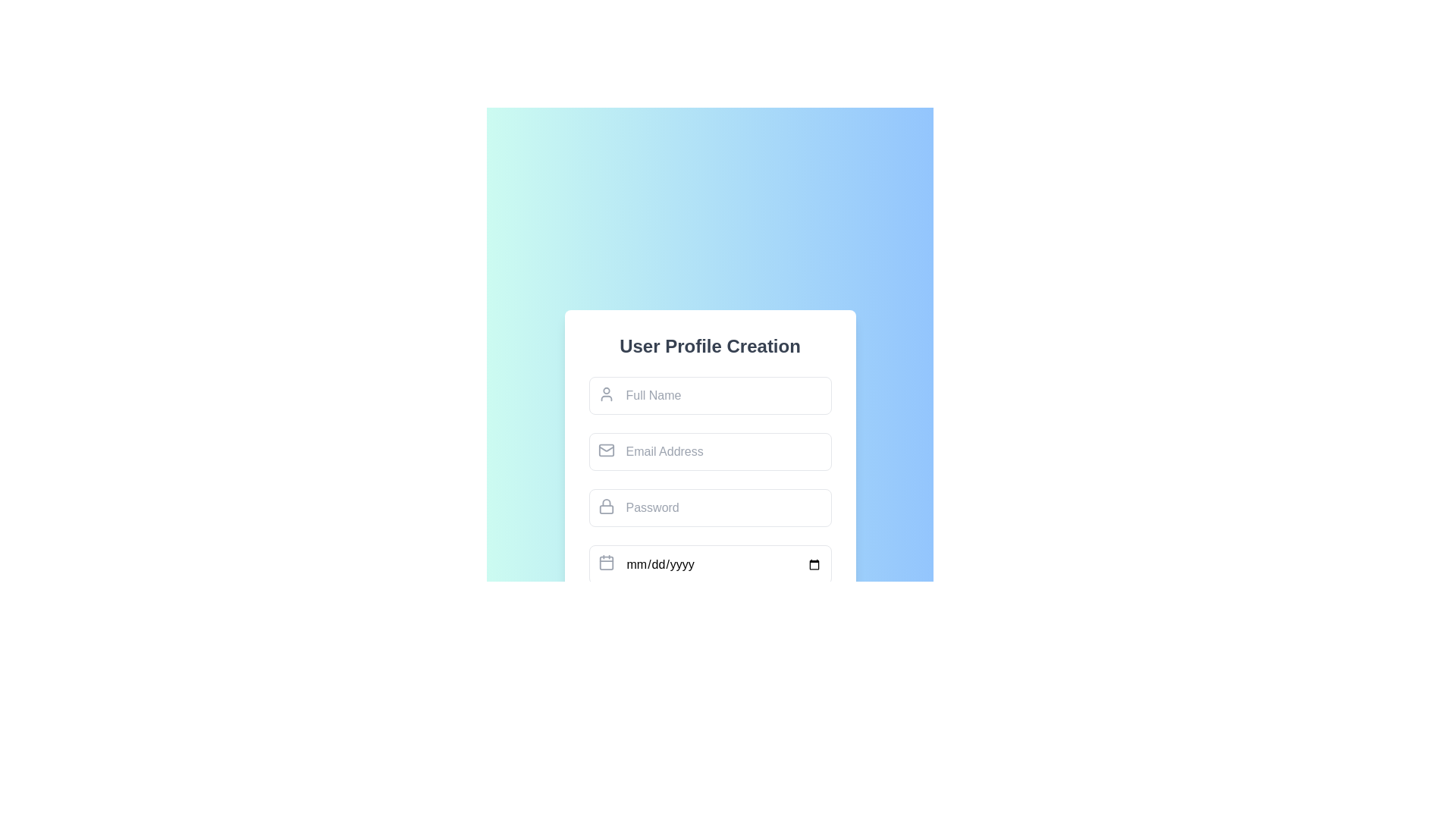 This screenshot has width=1456, height=819. Describe the element at coordinates (605, 450) in the screenshot. I see `the mail icon inside the 'Email Address' input field, which is styled in gray and positioned to the left of the placeholder text` at that location.